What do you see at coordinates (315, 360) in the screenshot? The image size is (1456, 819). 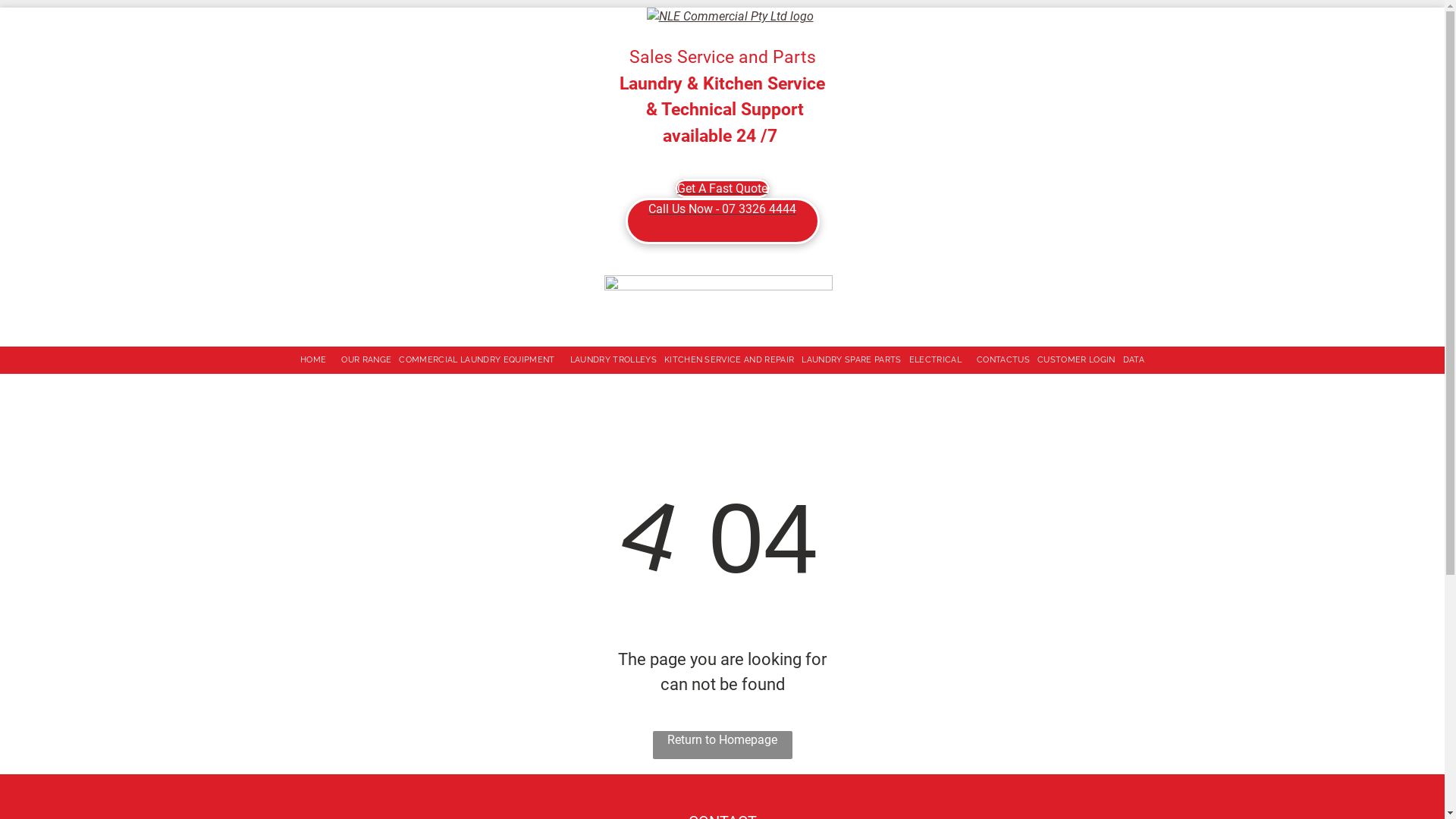 I see `'HOME'` at bounding box center [315, 360].